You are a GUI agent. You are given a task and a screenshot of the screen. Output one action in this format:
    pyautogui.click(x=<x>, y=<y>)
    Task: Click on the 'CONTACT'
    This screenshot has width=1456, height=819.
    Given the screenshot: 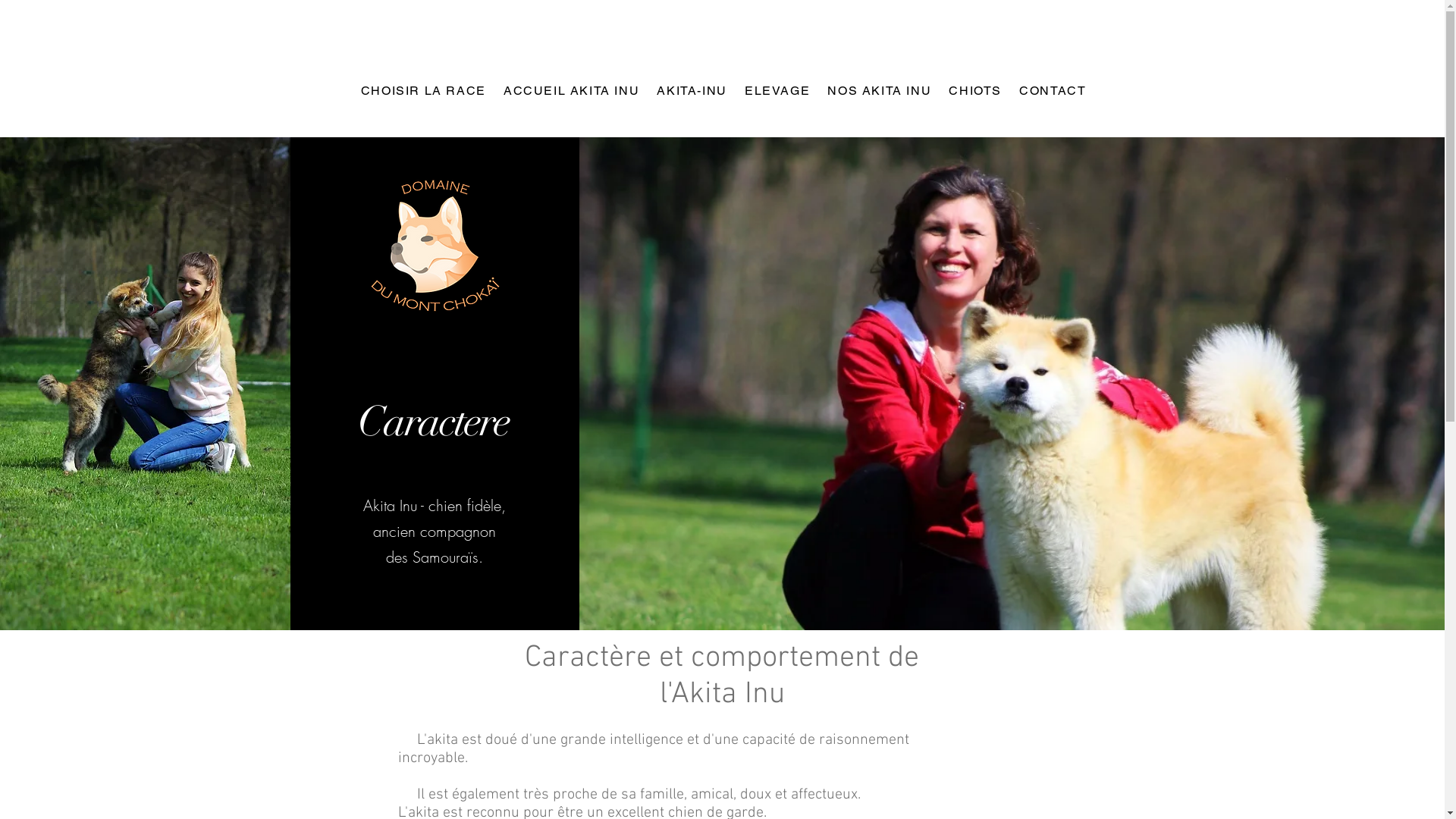 What is the action you would take?
    pyautogui.click(x=1050, y=91)
    